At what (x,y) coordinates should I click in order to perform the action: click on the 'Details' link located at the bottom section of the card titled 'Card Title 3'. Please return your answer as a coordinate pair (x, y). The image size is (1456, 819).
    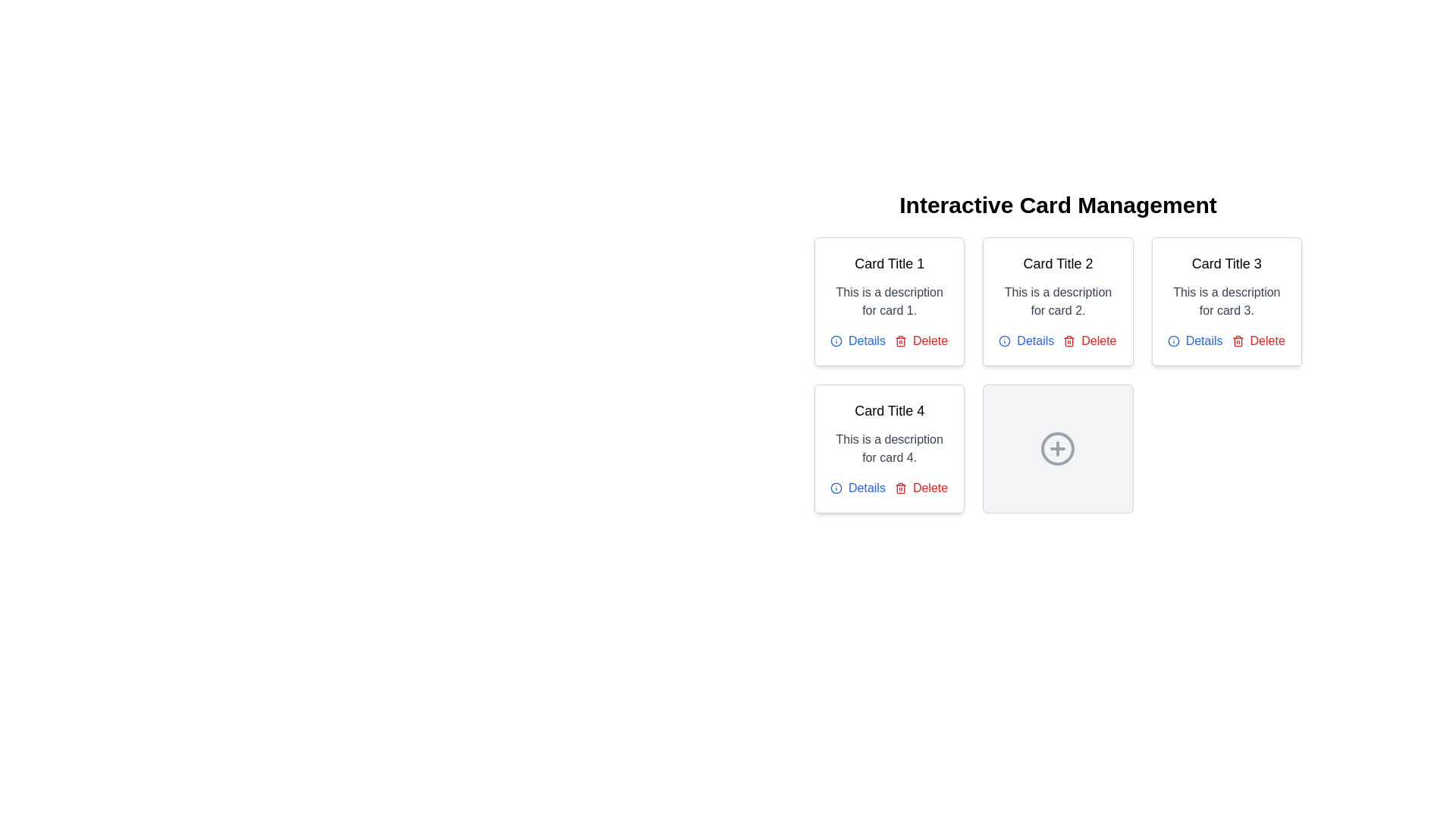
    Looking at the image, I should click on (1226, 341).